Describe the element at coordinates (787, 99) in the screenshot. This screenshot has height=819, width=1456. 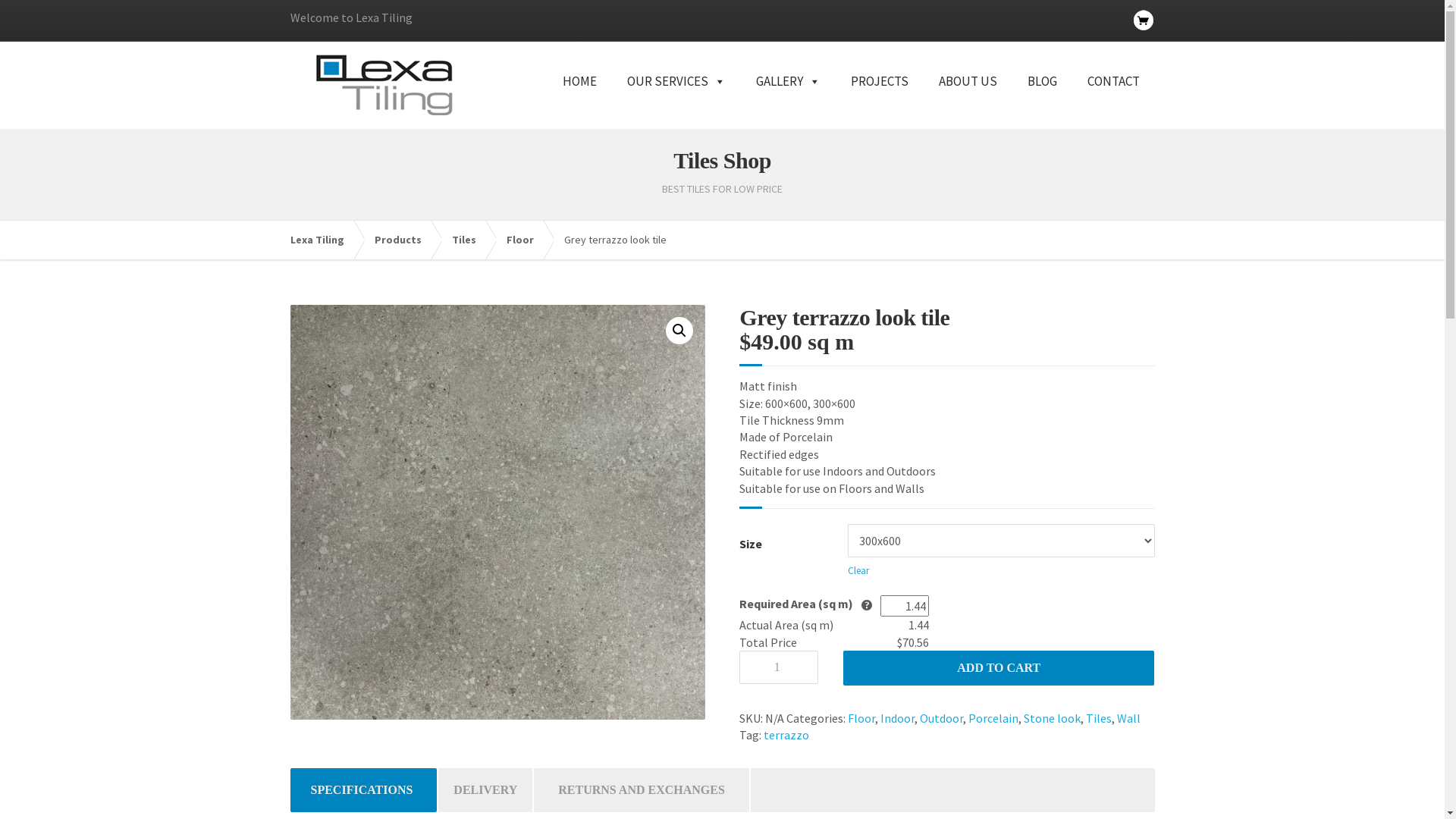
I see `'GALLERY'` at that location.